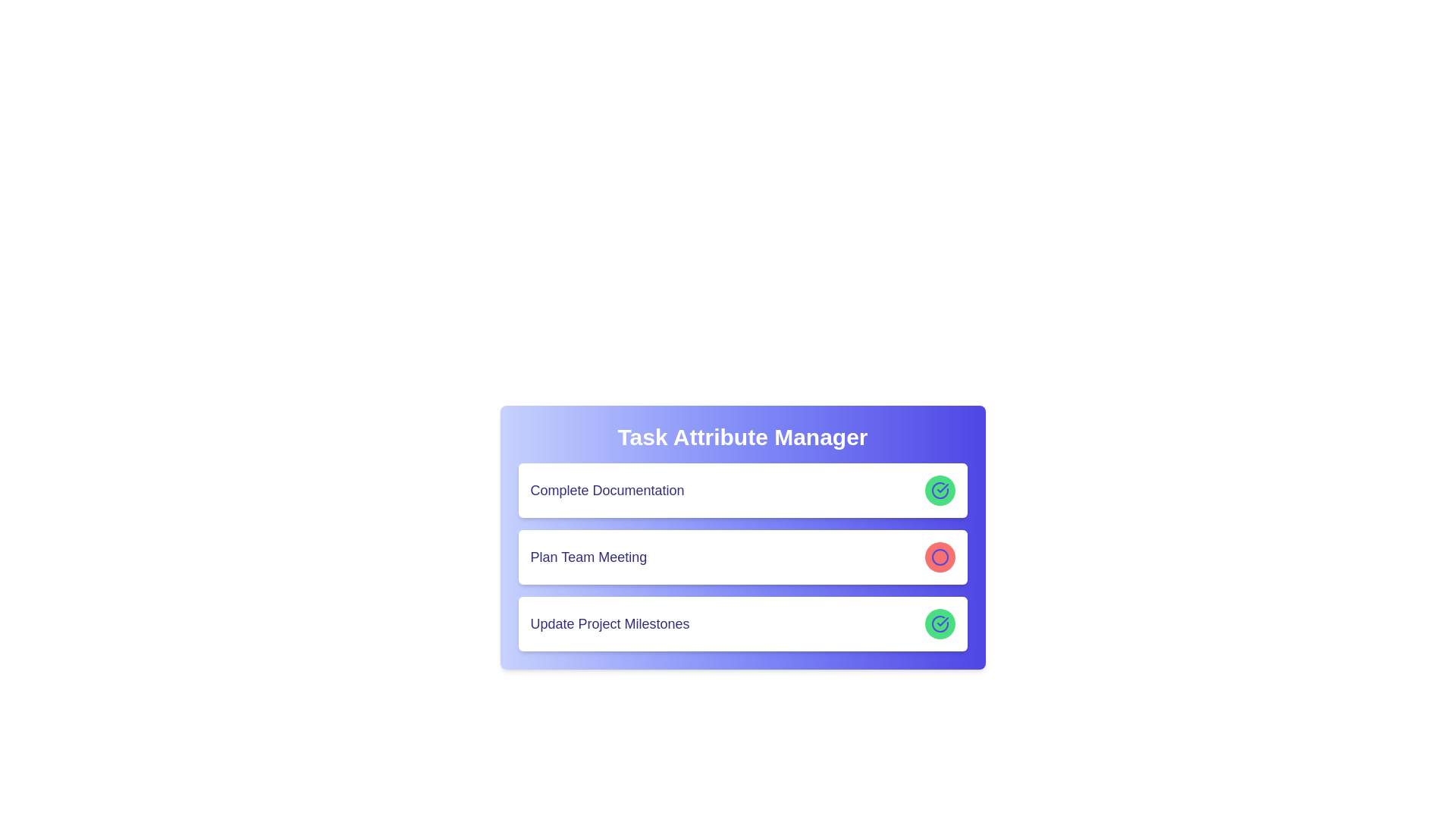 The height and width of the screenshot is (819, 1456). I want to click on the checkmark icon that indicates the completion status of the 'Complete Documentation' task, located within the green circular indicator on the extreme right of the first task row, so click(942, 622).